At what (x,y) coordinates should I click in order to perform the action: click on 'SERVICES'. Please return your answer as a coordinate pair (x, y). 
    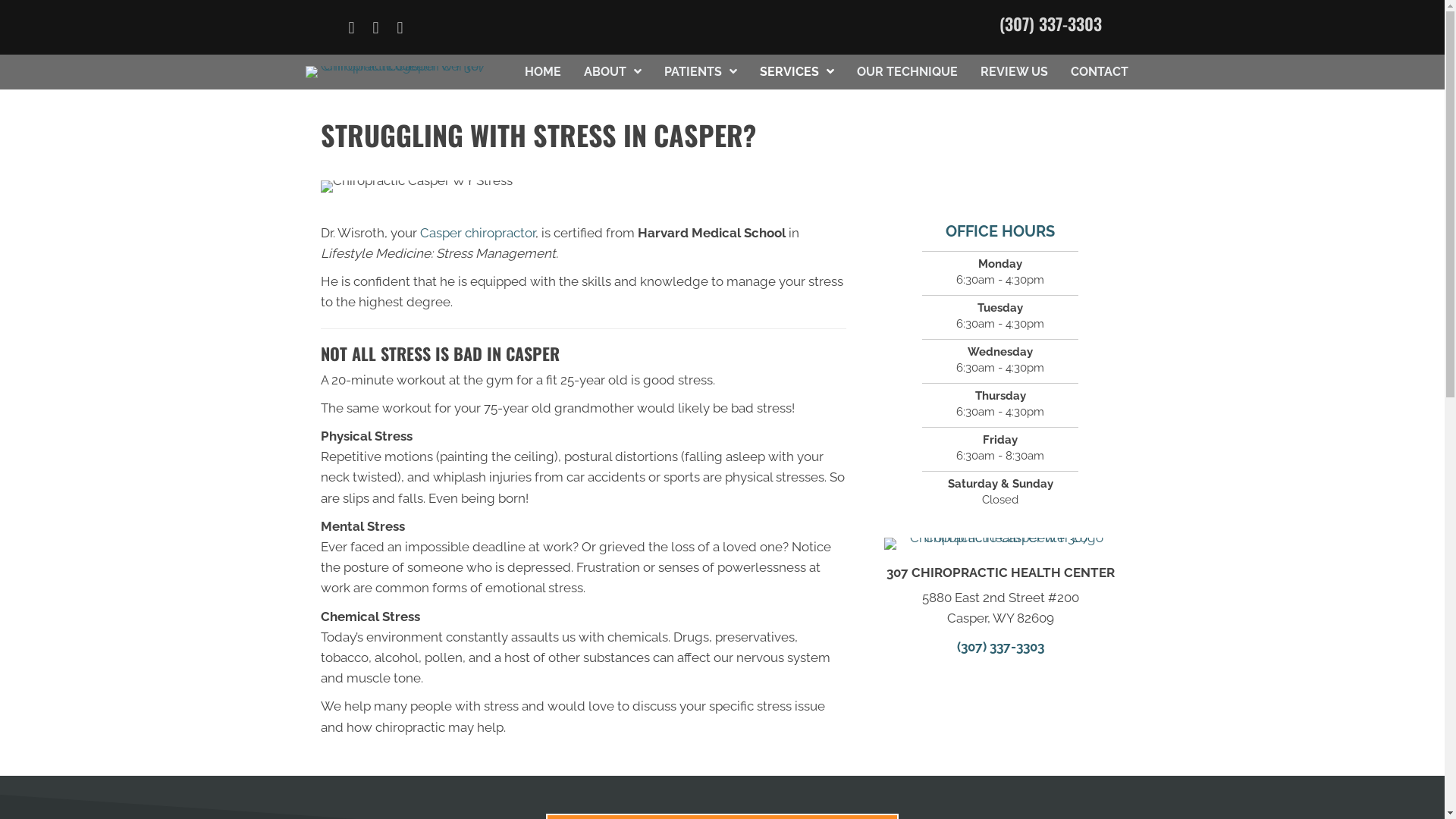
    Looking at the image, I should click on (796, 72).